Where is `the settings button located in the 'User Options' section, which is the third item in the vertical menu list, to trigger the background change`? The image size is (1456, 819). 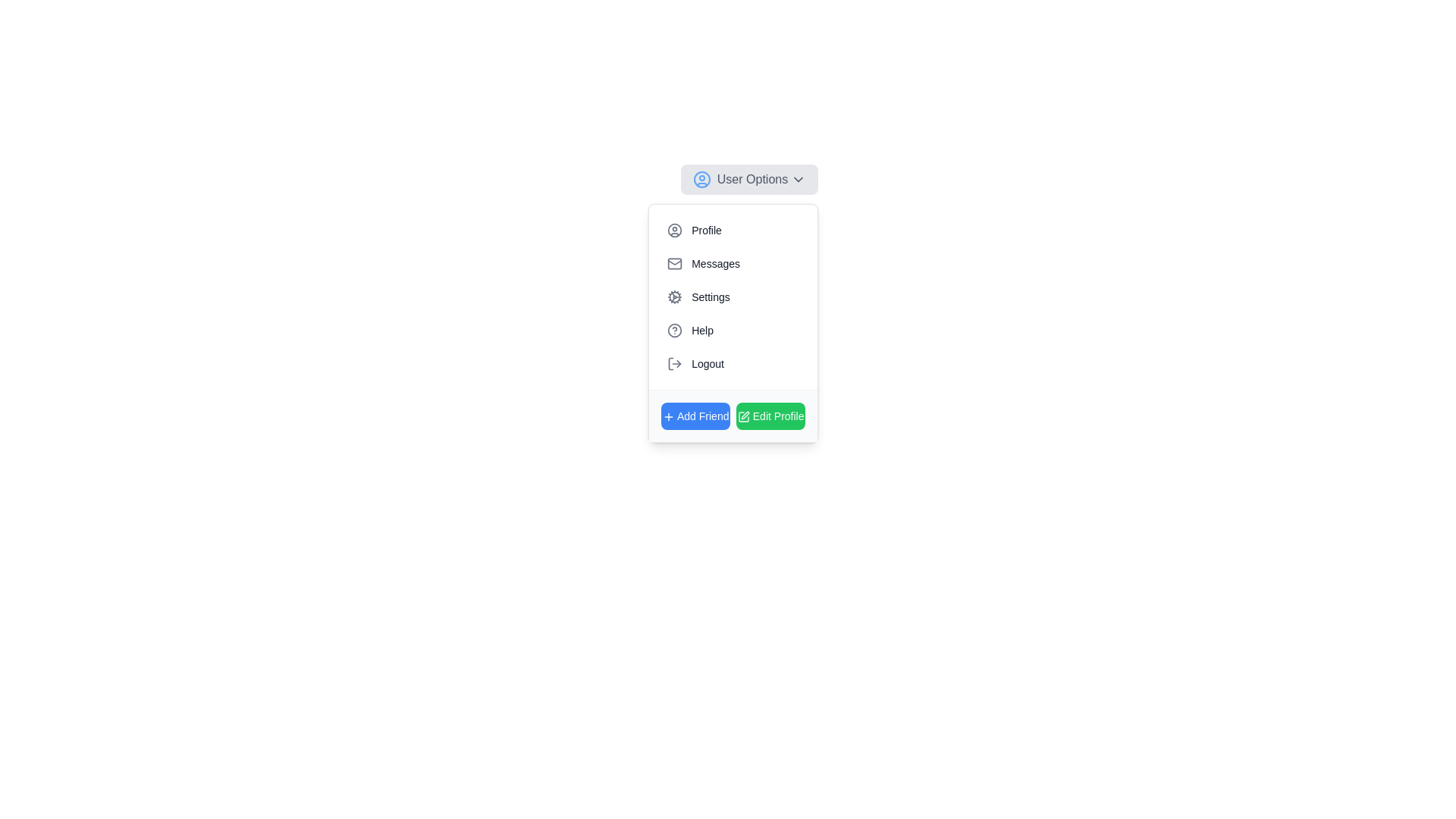 the settings button located in the 'User Options' section, which is the third item in the vertical menu list, to trigger the background change is located at coordinates (733, 297).